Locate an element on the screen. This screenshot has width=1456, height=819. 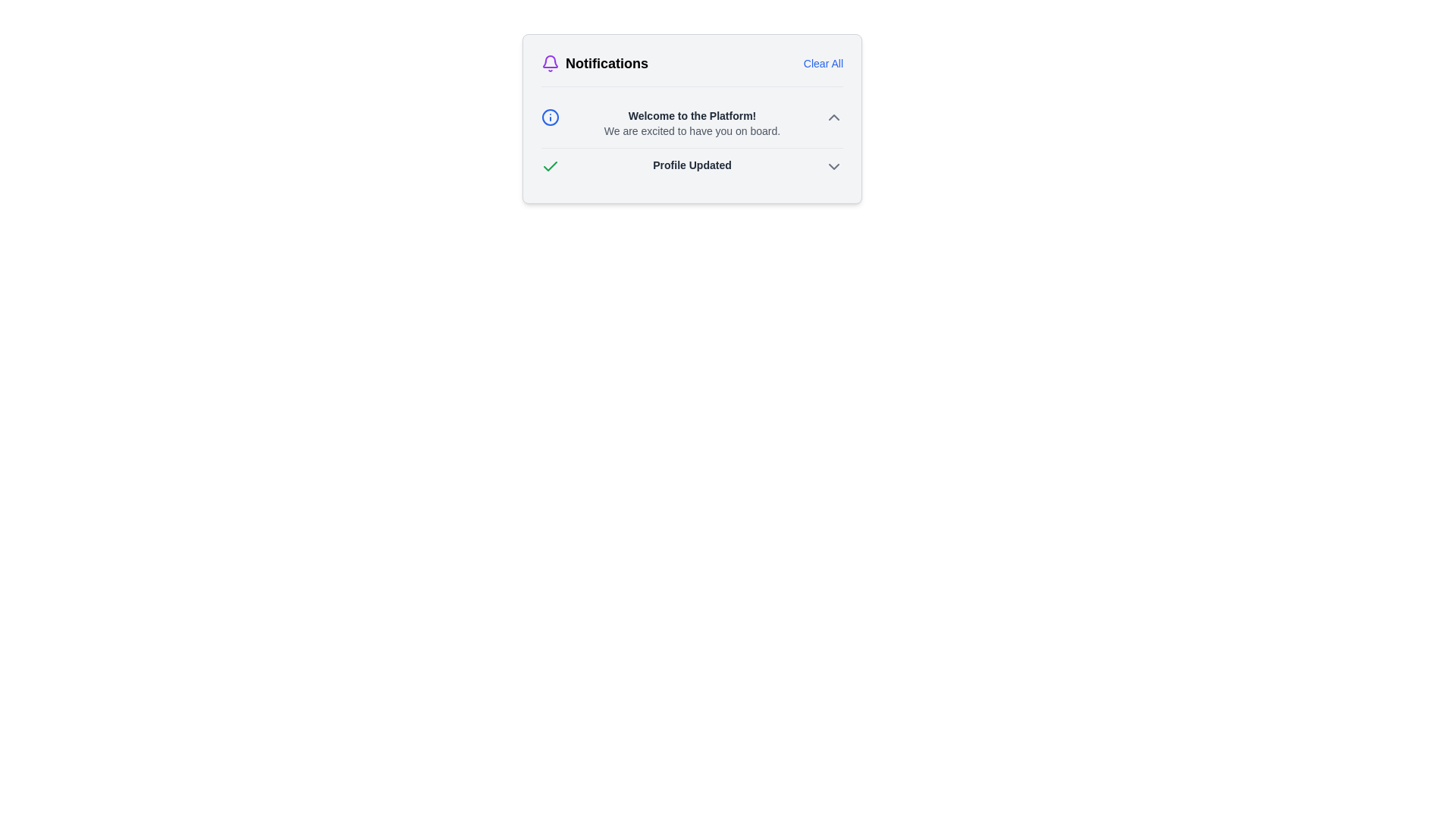
the Notification Header with Supportive Text, which welcomes the user to the platform and may be clickable to expand or interact with detailed notifications is located at coordinates (691, 122).